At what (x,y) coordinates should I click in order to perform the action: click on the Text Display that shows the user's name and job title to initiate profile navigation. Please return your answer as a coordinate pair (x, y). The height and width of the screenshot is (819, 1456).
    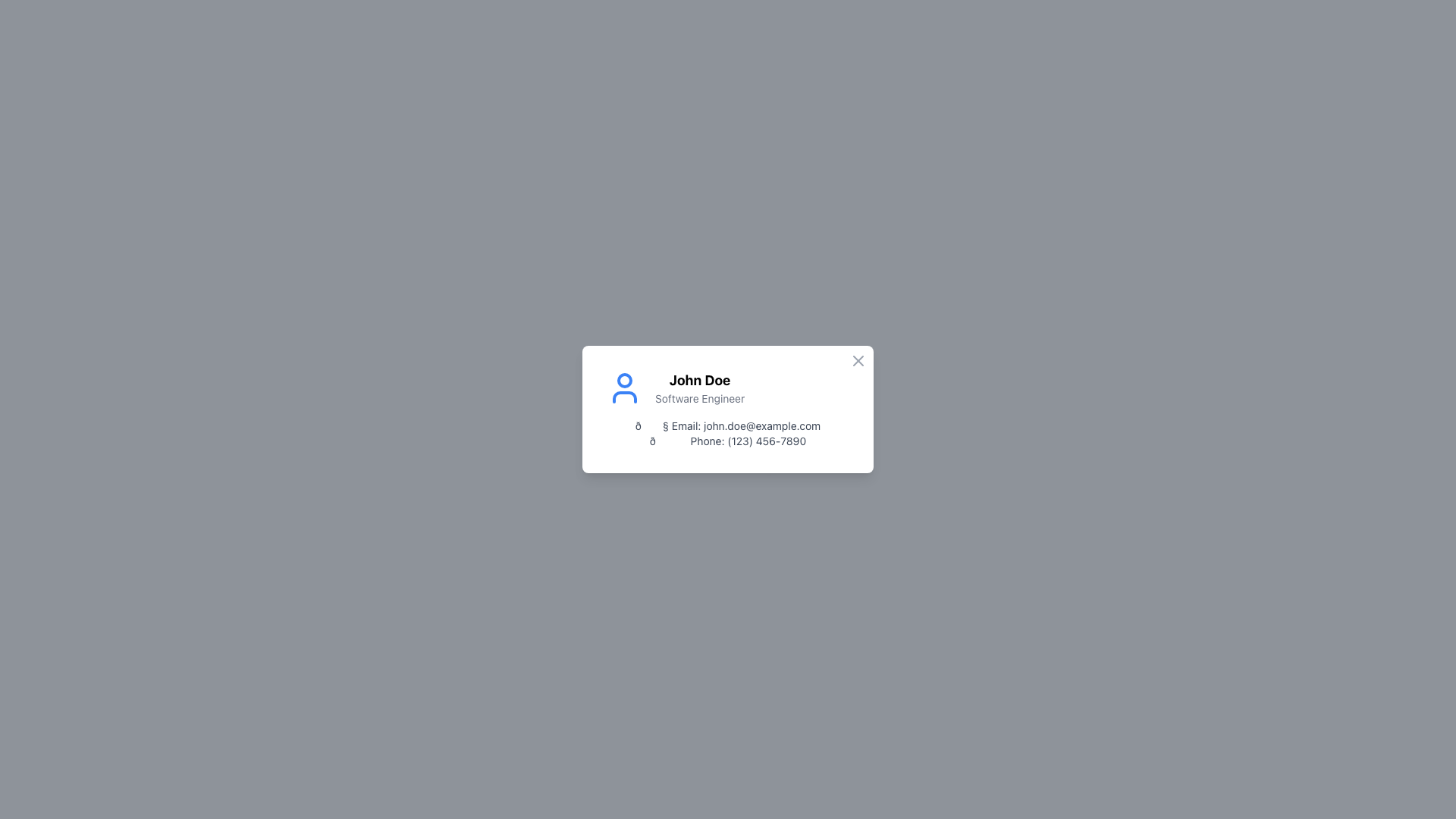
    Looking at the image, I should click on (698, 388).